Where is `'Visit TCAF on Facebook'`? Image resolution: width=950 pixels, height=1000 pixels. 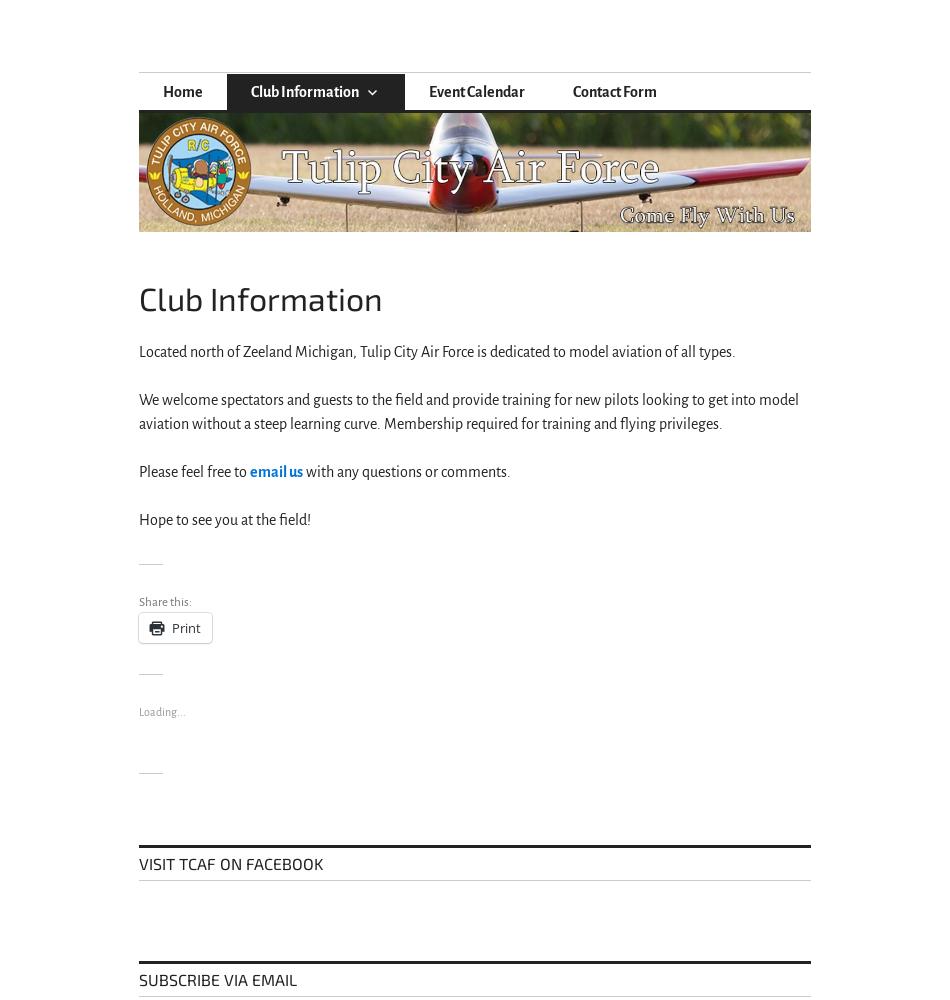
'Visit TCAF on Facebook' is located at coordinates (231, 862).